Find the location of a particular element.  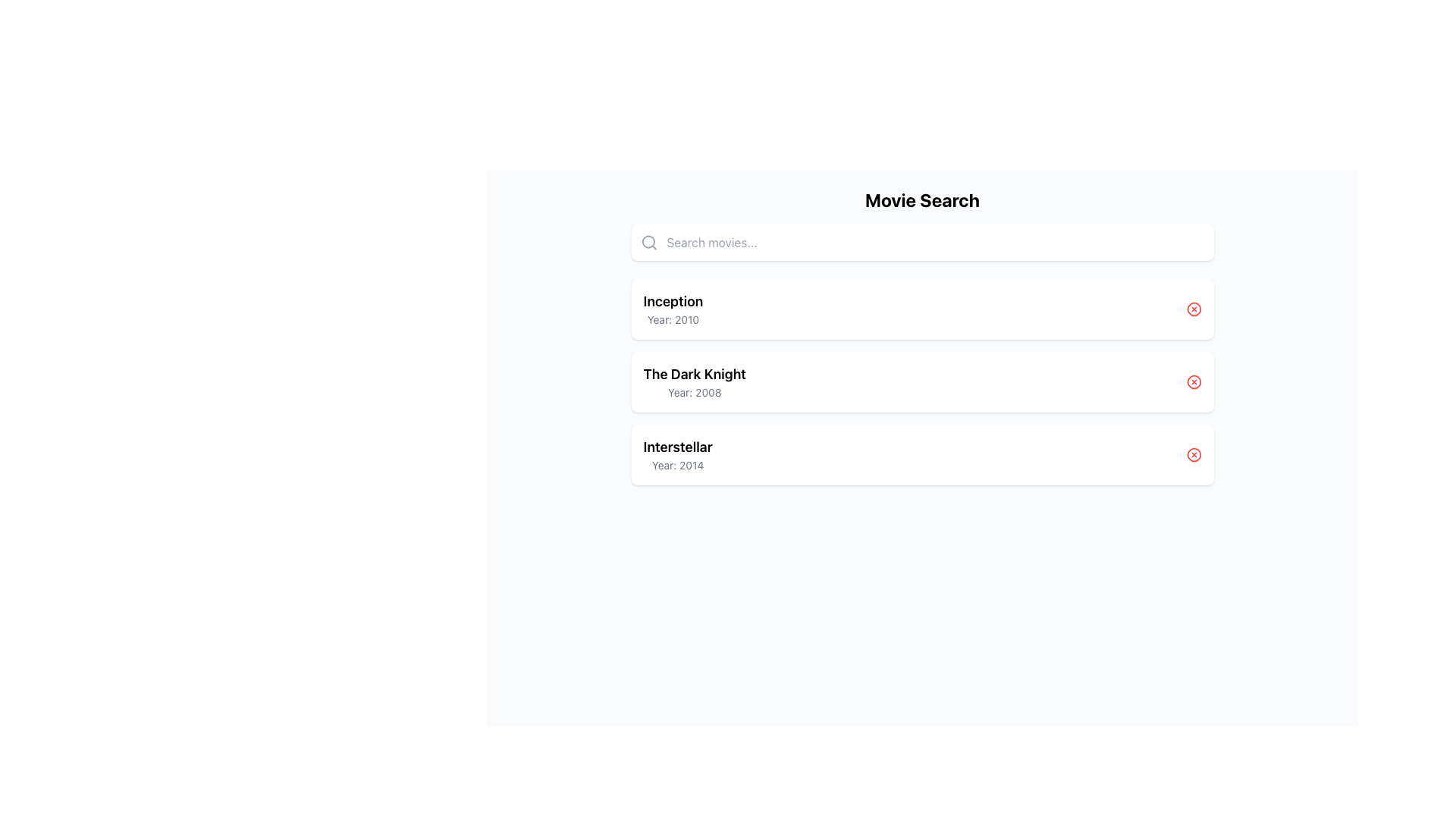

the circular element that visually appears as part of a search icon within an SVG graphic, positioned to the left of the search input field is located at coordinates (648, 241).